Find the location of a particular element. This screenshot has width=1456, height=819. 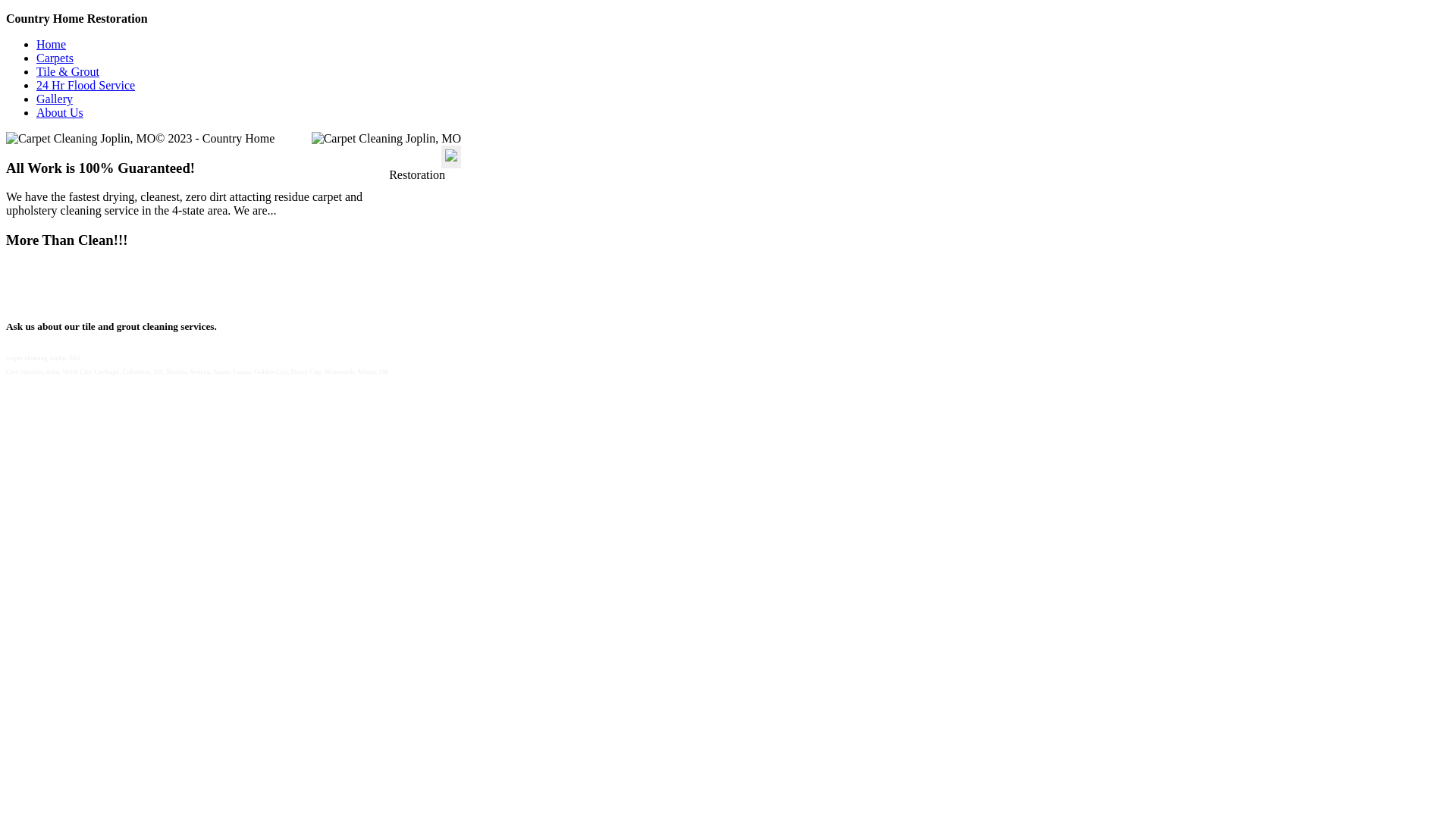

'24 Hr Flood Service' is located at coordinates (36, 85).